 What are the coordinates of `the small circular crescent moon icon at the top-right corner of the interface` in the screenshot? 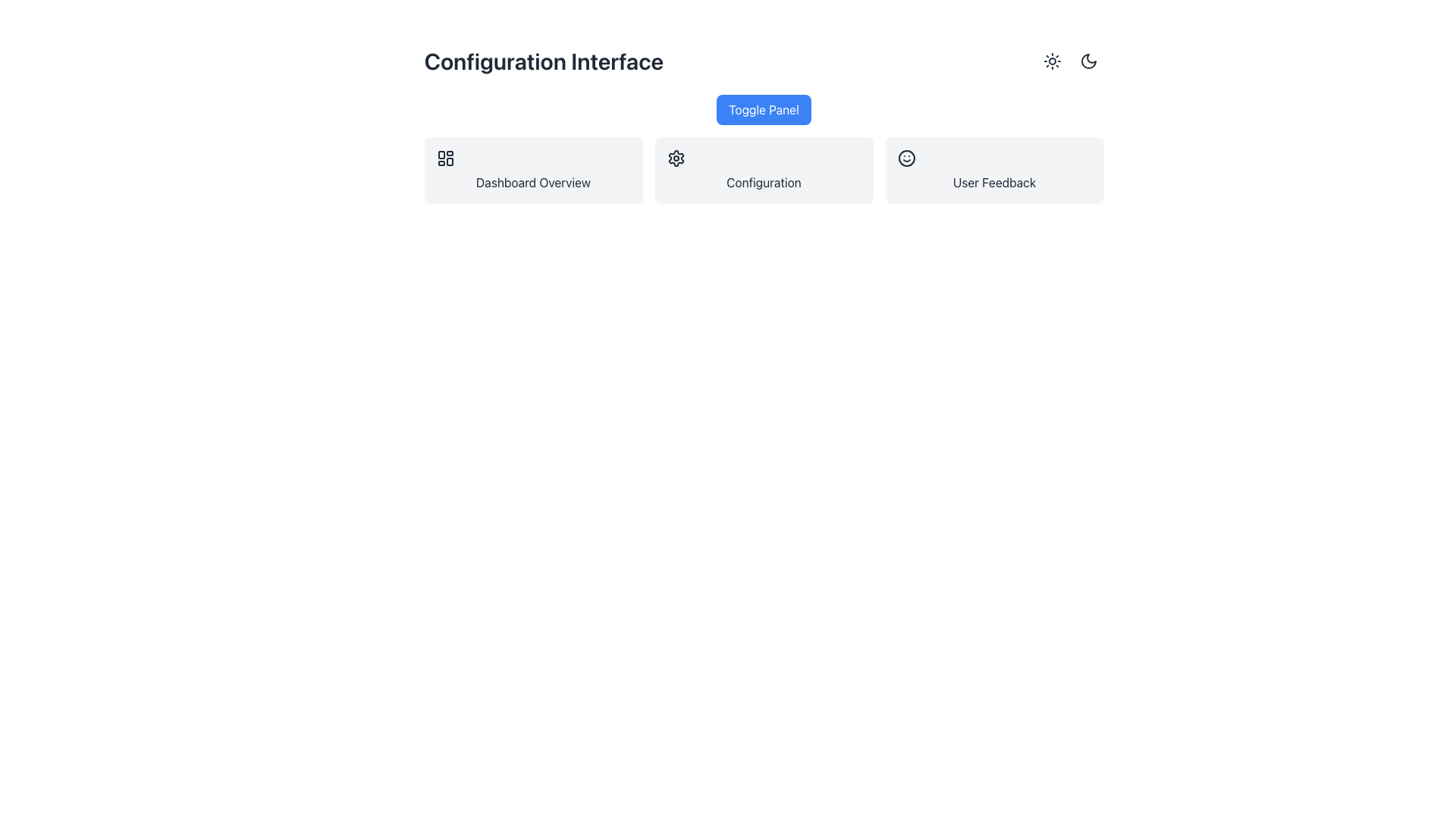 It's located at (1087, 61).